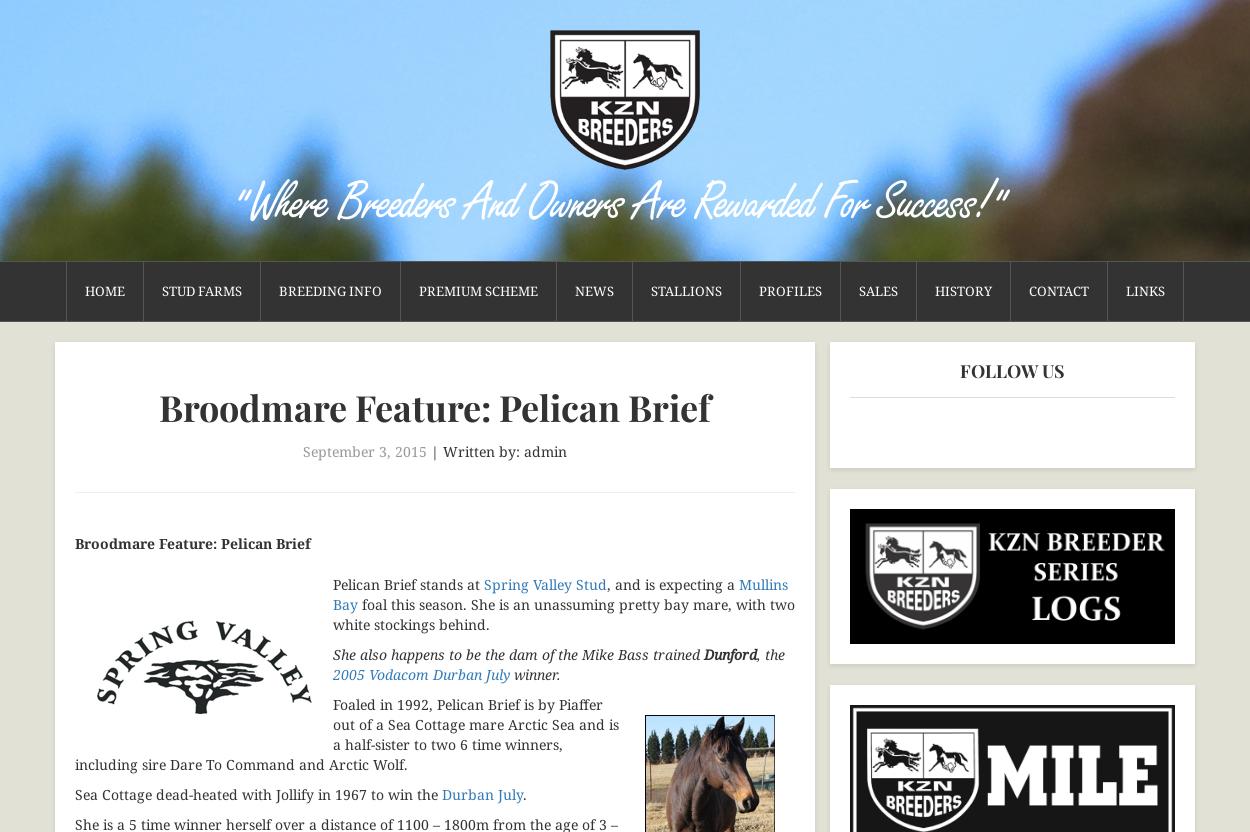 The width and height of the screenshot is (1250, 832). What do you see at coordinates (201, 290) in the screenshot?
I see `'Stud Farms'` at bounding box center [201, 290].